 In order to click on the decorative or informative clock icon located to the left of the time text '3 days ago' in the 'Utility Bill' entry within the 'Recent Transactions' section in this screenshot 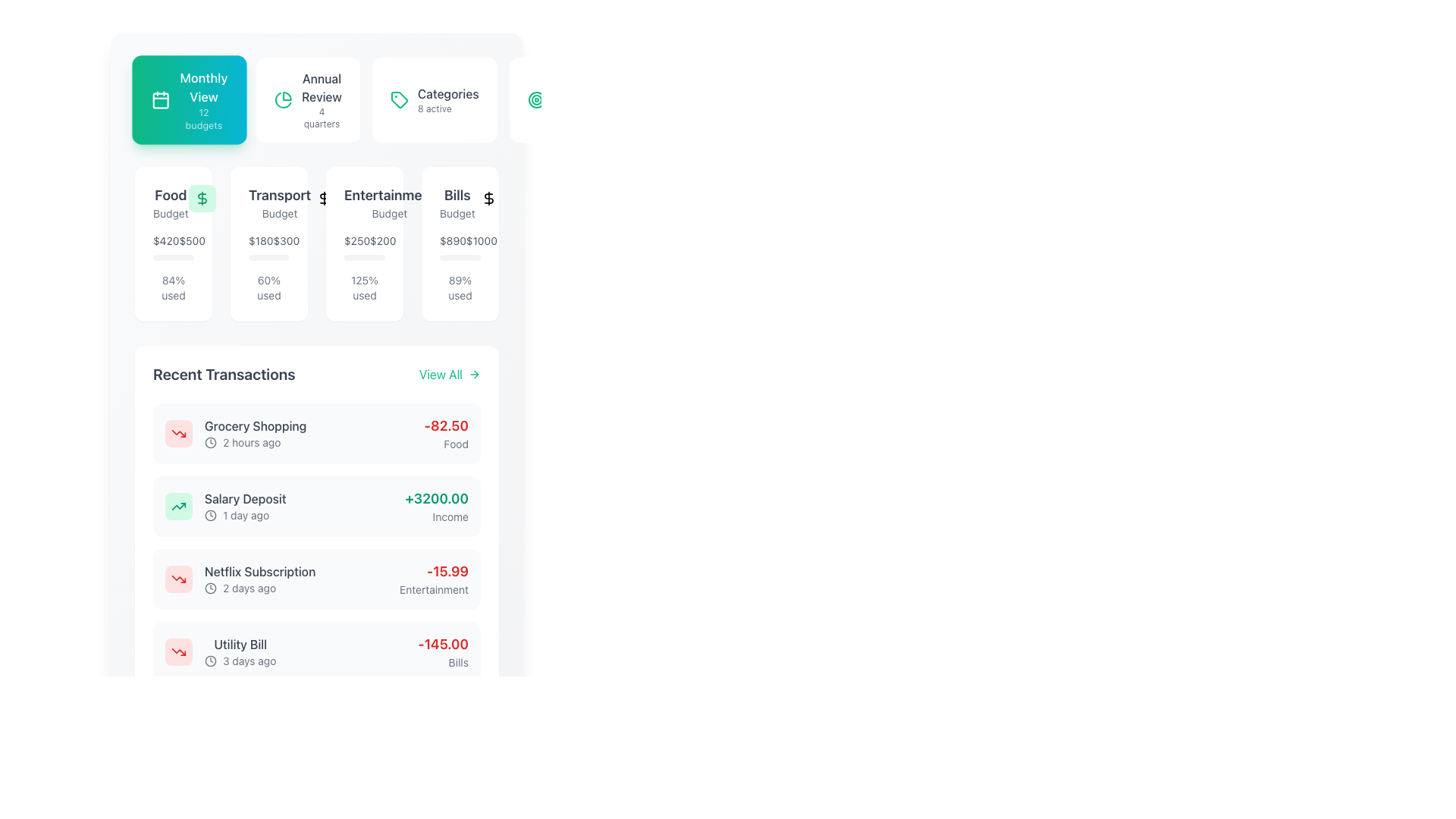, I will do `click(210, 660)`.